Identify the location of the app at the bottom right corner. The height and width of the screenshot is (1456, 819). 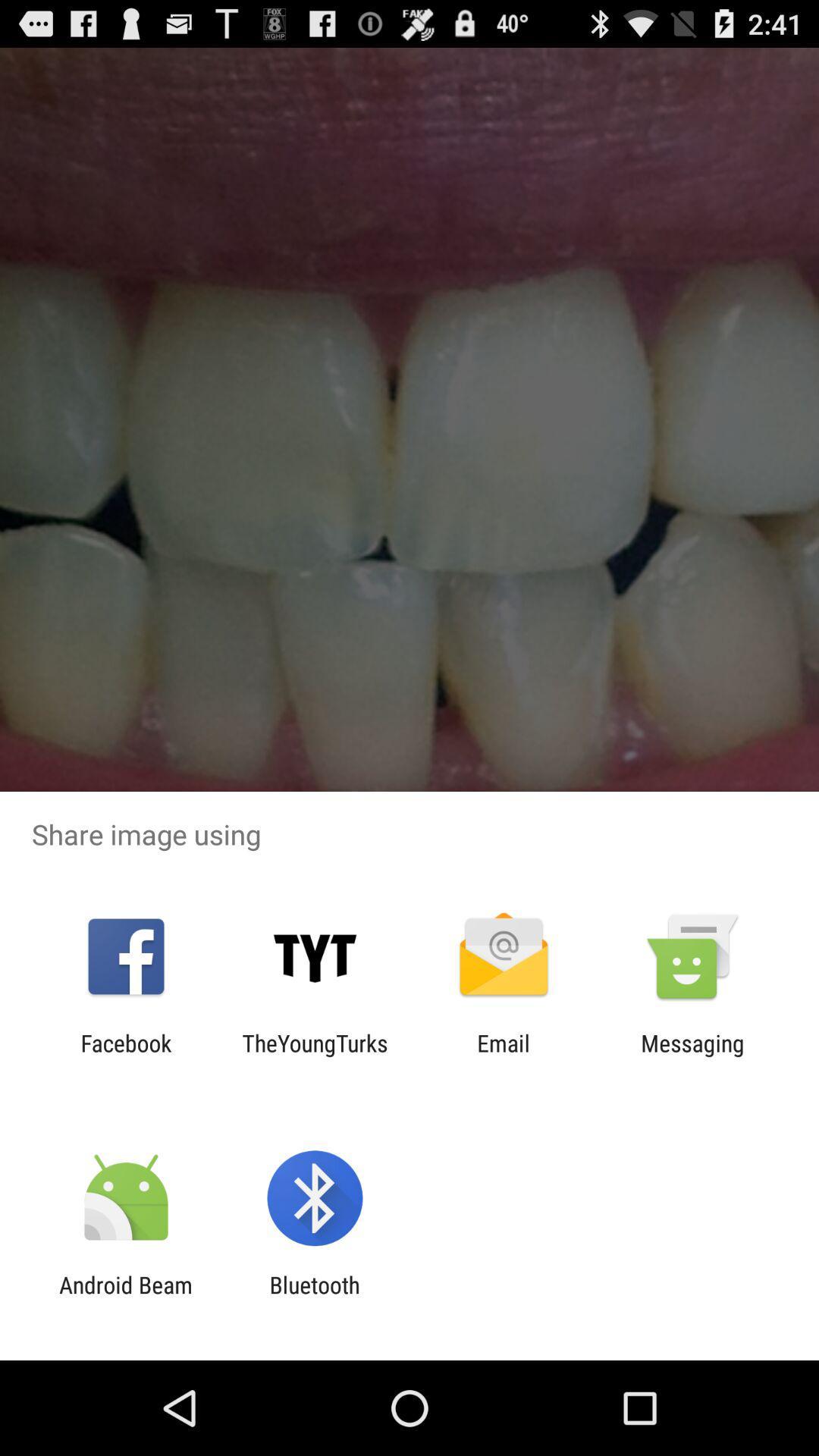
(692, 1056).